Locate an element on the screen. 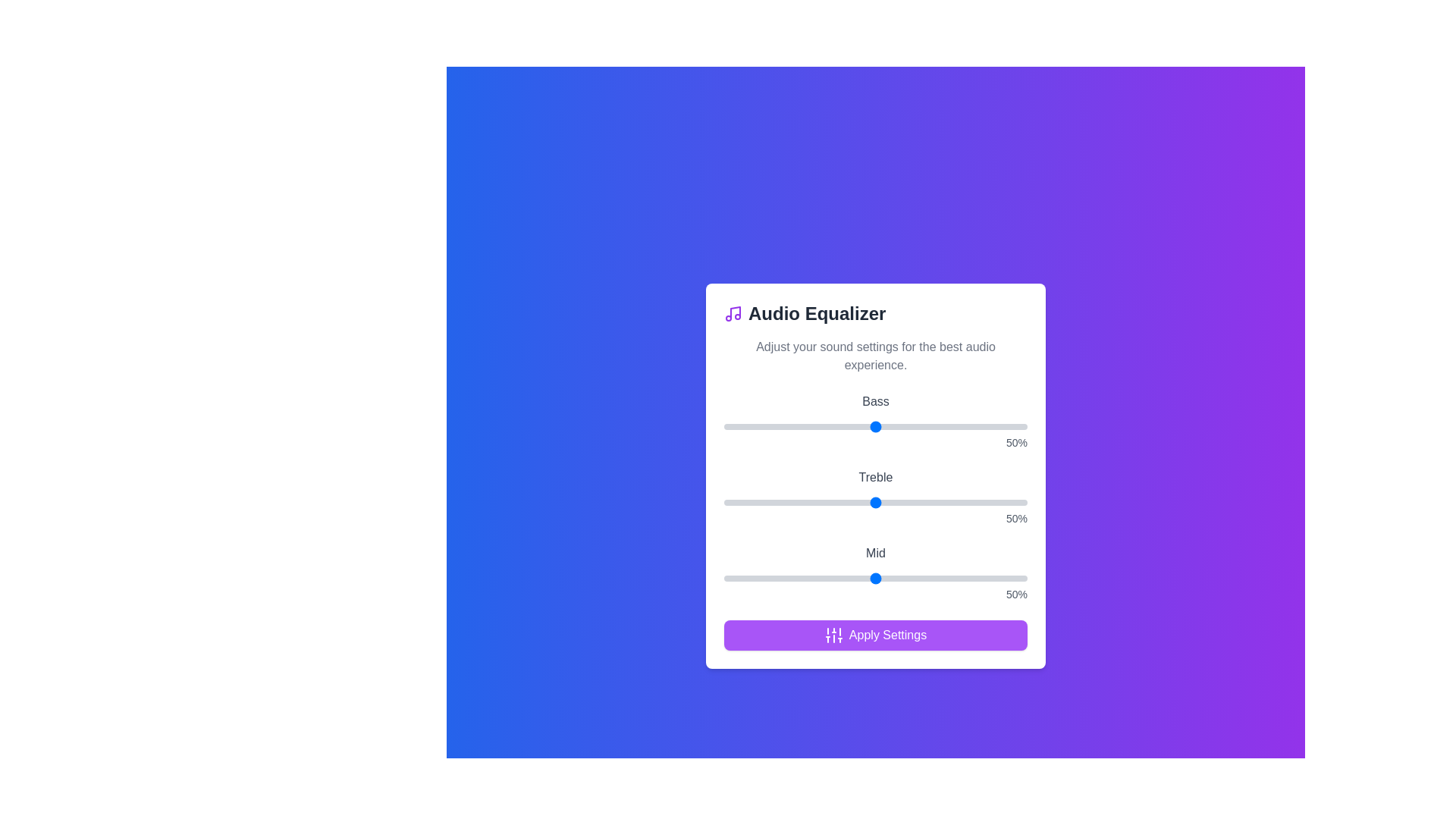 This screenshot has width=1456, height=819. the treble slider to 62% is located at coordinates (912, 503).